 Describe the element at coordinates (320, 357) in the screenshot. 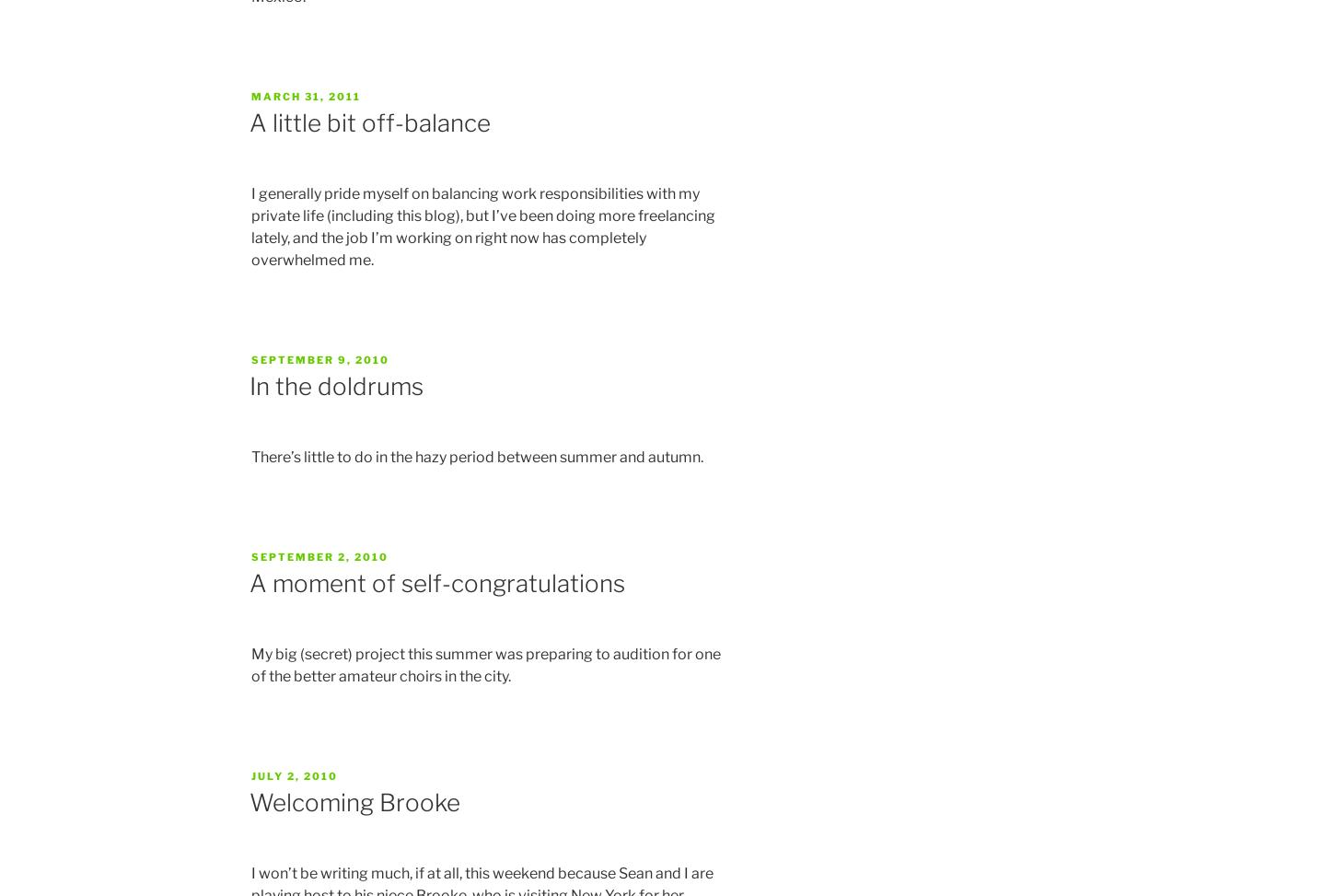

I see `'September 9, 2010'` at that location.